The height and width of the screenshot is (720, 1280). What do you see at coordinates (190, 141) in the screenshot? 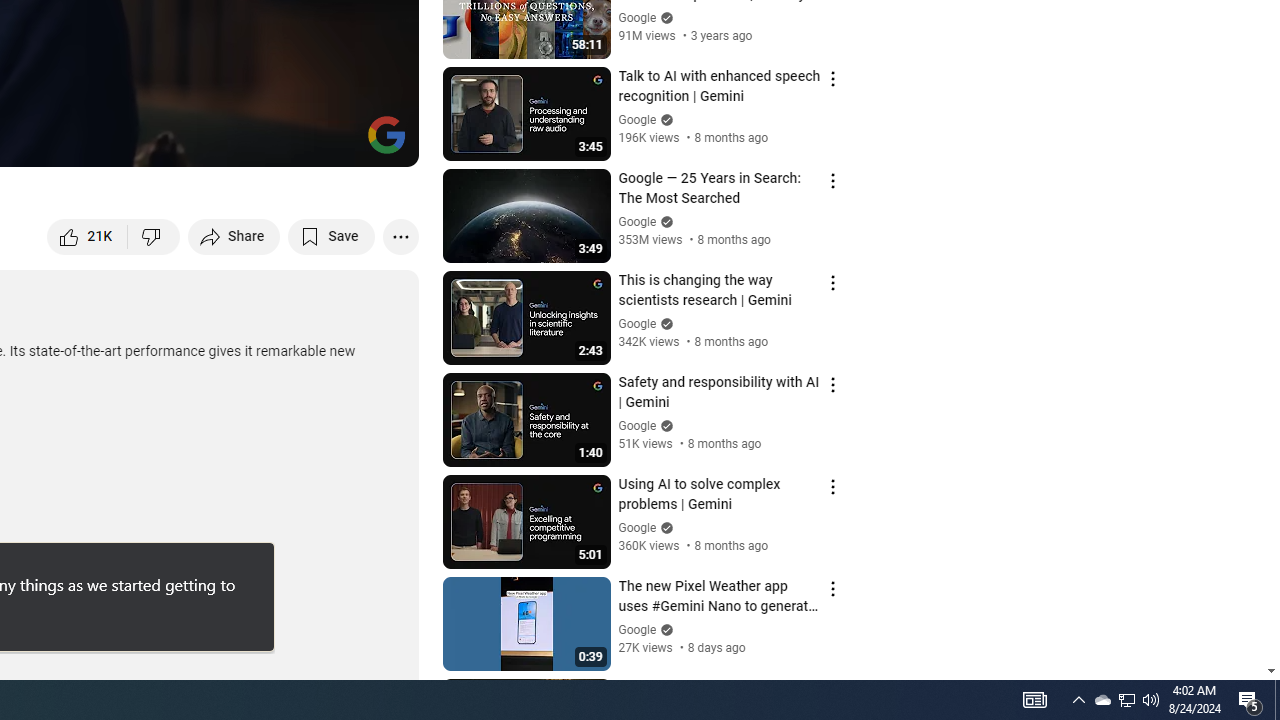
I see `'Subtitles/closed captions unavailable'` at bounding box center [190, 141].